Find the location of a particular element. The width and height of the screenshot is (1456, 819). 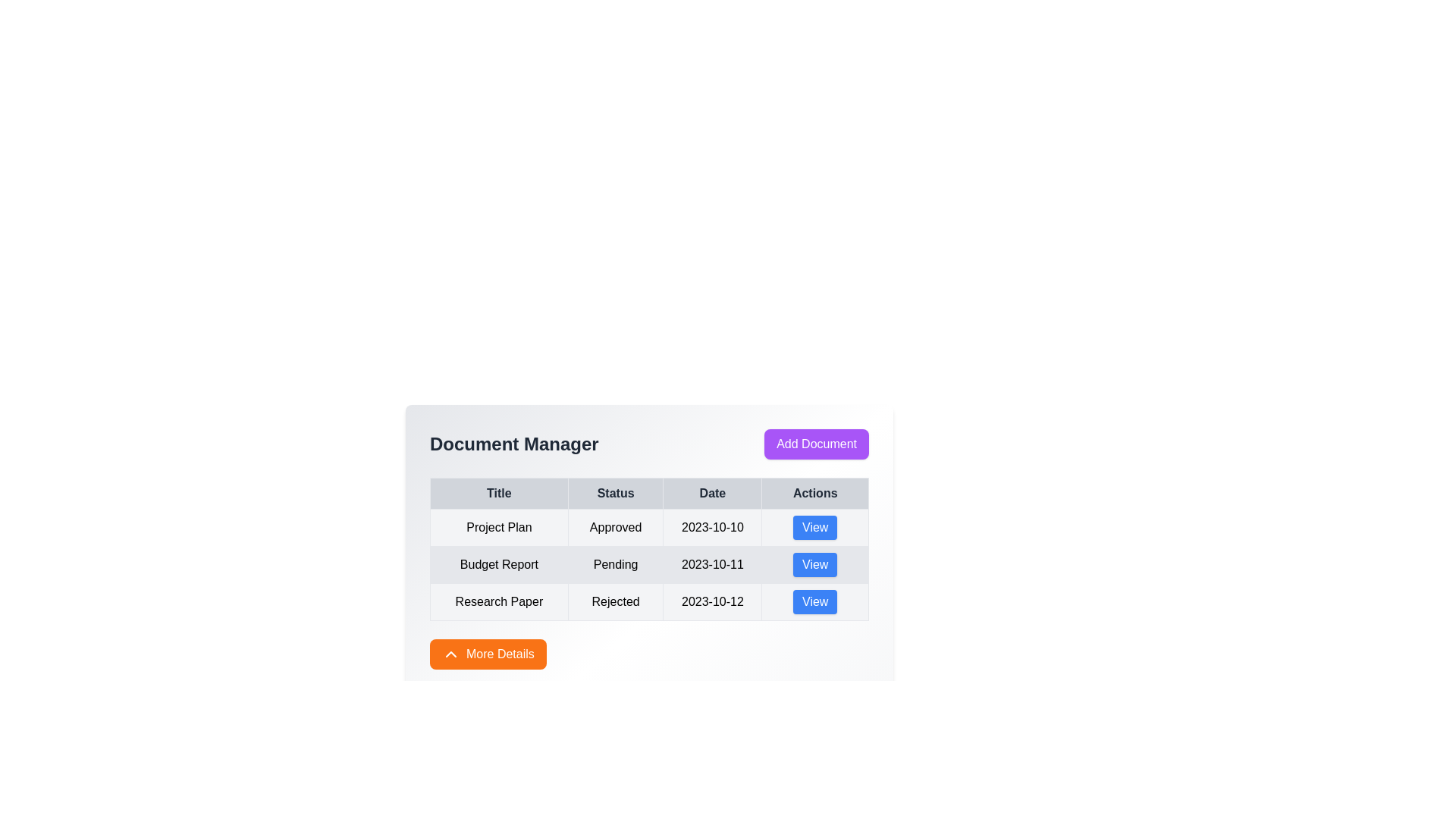

the button for adding a new document located in the upper right corner of the header section is located at coordinates (816, 444).